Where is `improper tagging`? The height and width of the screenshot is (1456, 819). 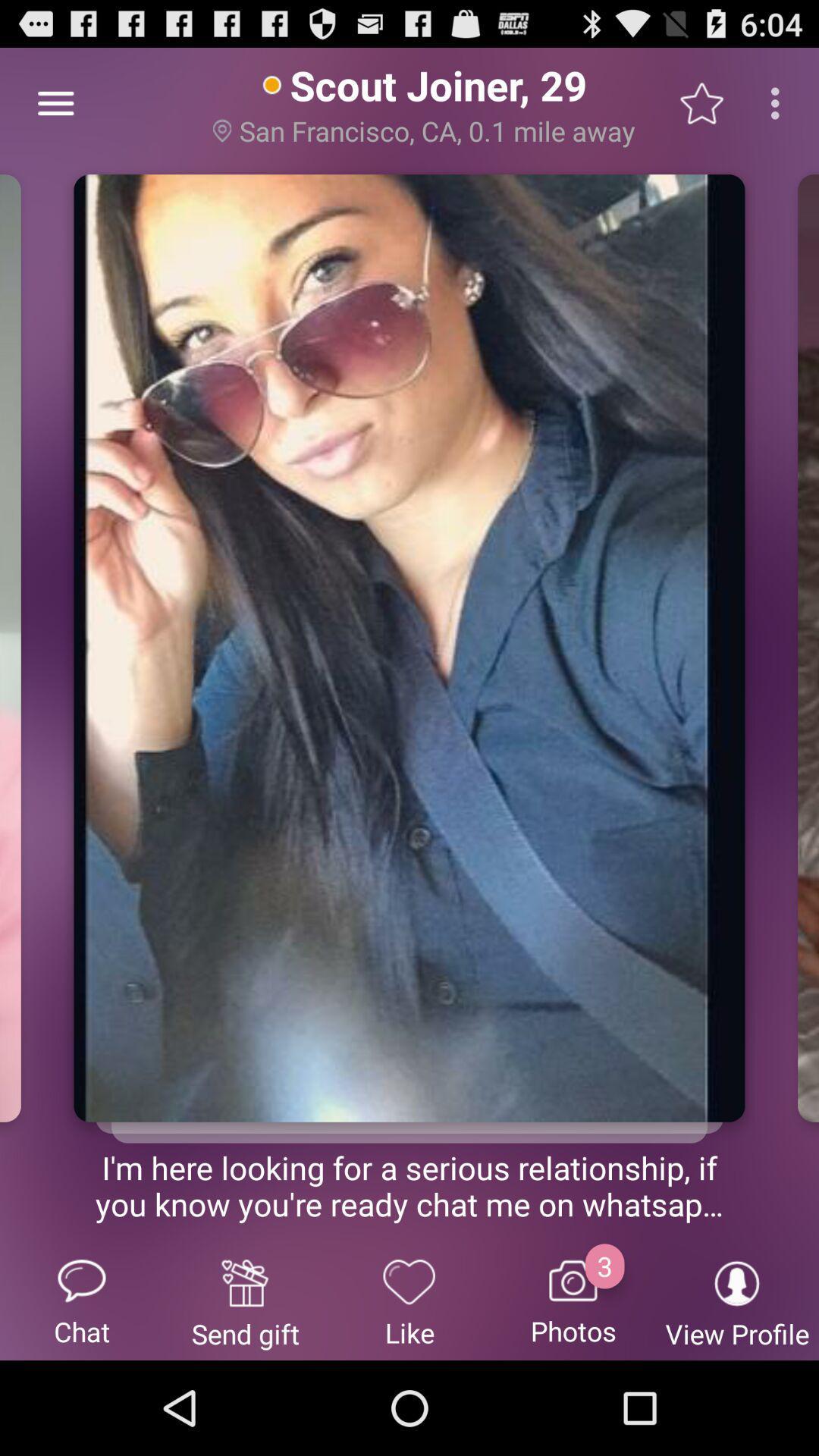 improper tagging is located at coordinates (409, 1111).